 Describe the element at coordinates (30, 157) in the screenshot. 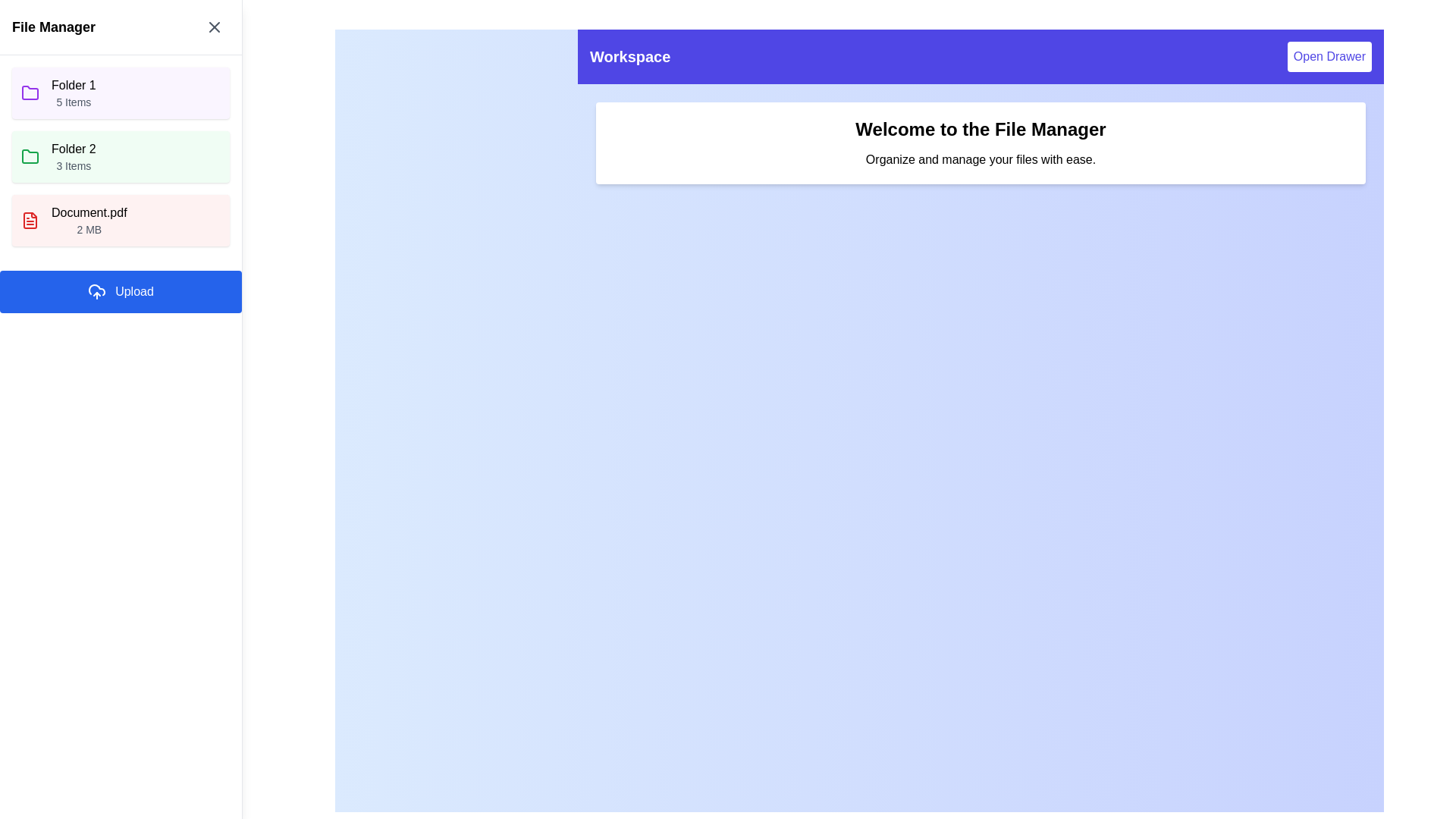

I see `the folder icon representing 'Folder 2' in the file manager interface, which is located in the sidebar next to the text 'Folder 2 3 Items'` at that location.